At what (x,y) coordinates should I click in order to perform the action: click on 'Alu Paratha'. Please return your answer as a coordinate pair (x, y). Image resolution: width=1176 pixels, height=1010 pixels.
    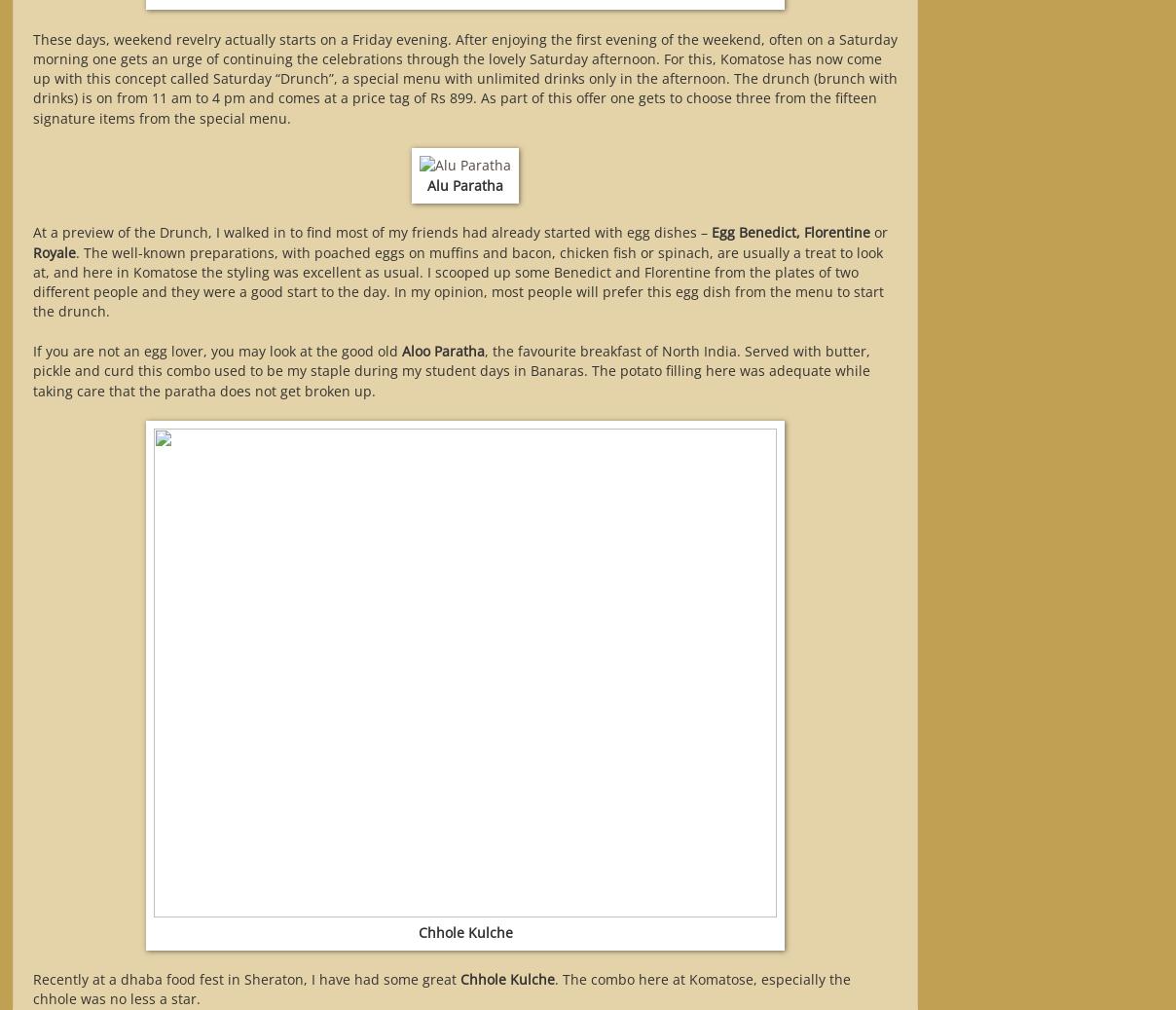
    Looking at the image, I should click on (465, 183).